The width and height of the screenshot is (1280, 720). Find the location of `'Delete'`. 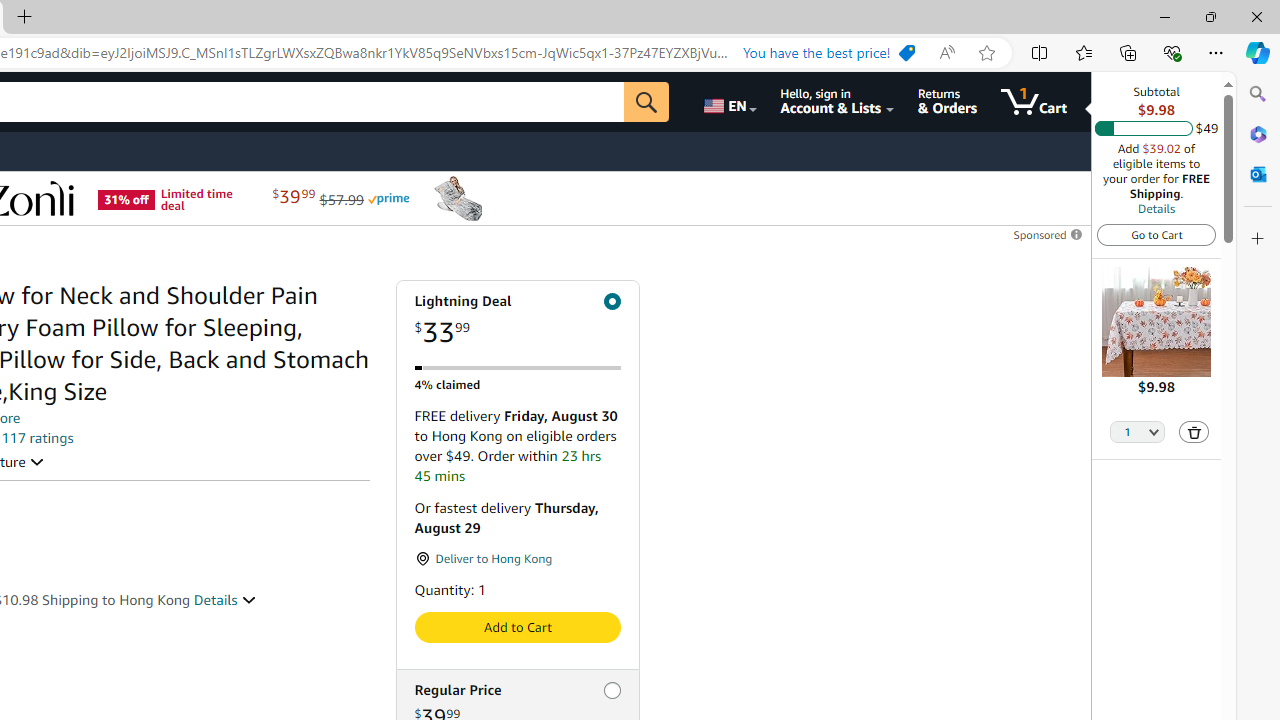

'Delete' is located at coordinates (1194, 430).